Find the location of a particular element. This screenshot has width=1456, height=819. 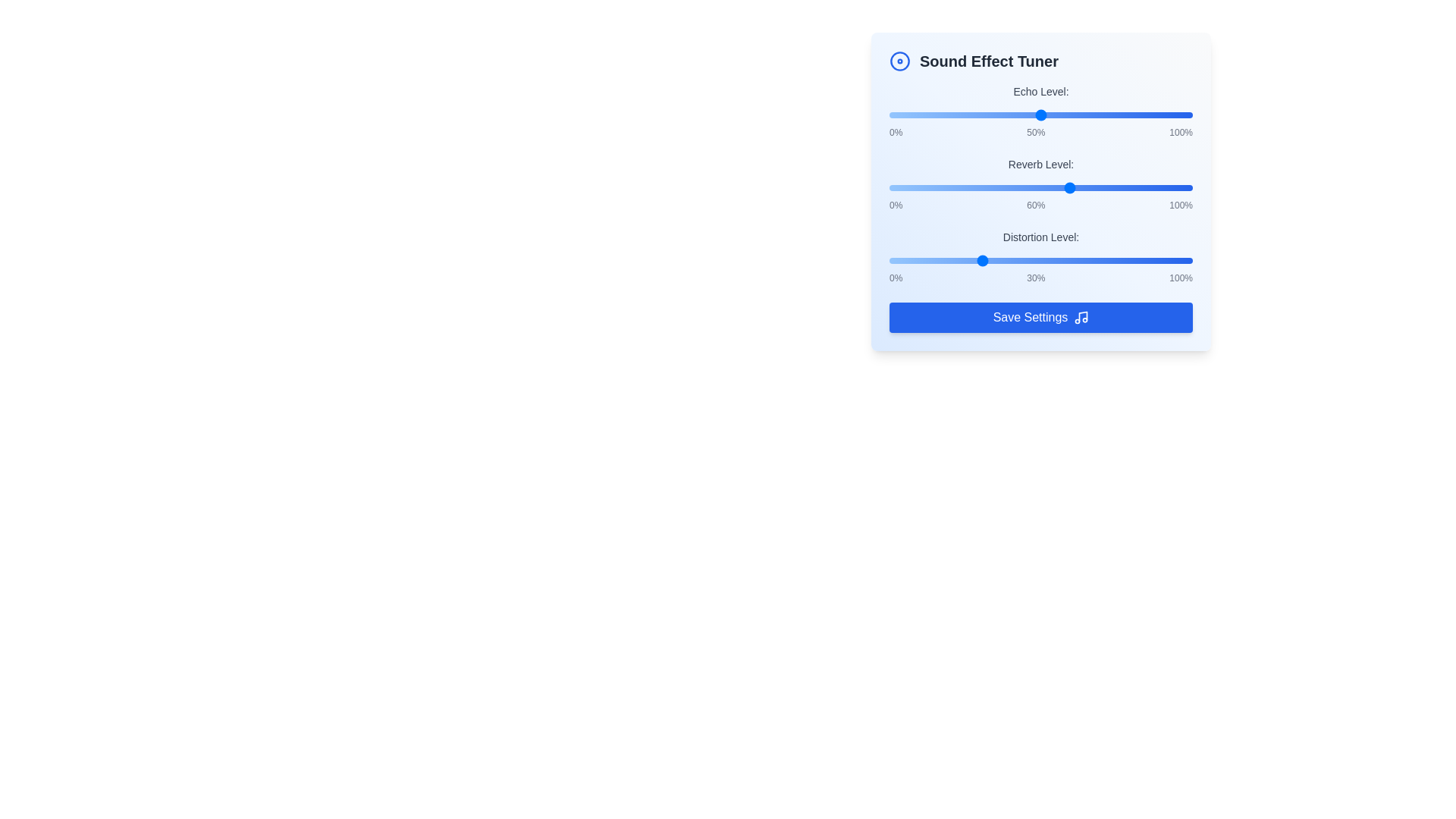

the 'Save Settings' button to save the current sound effect settings is located at coordinates (1040, 317).